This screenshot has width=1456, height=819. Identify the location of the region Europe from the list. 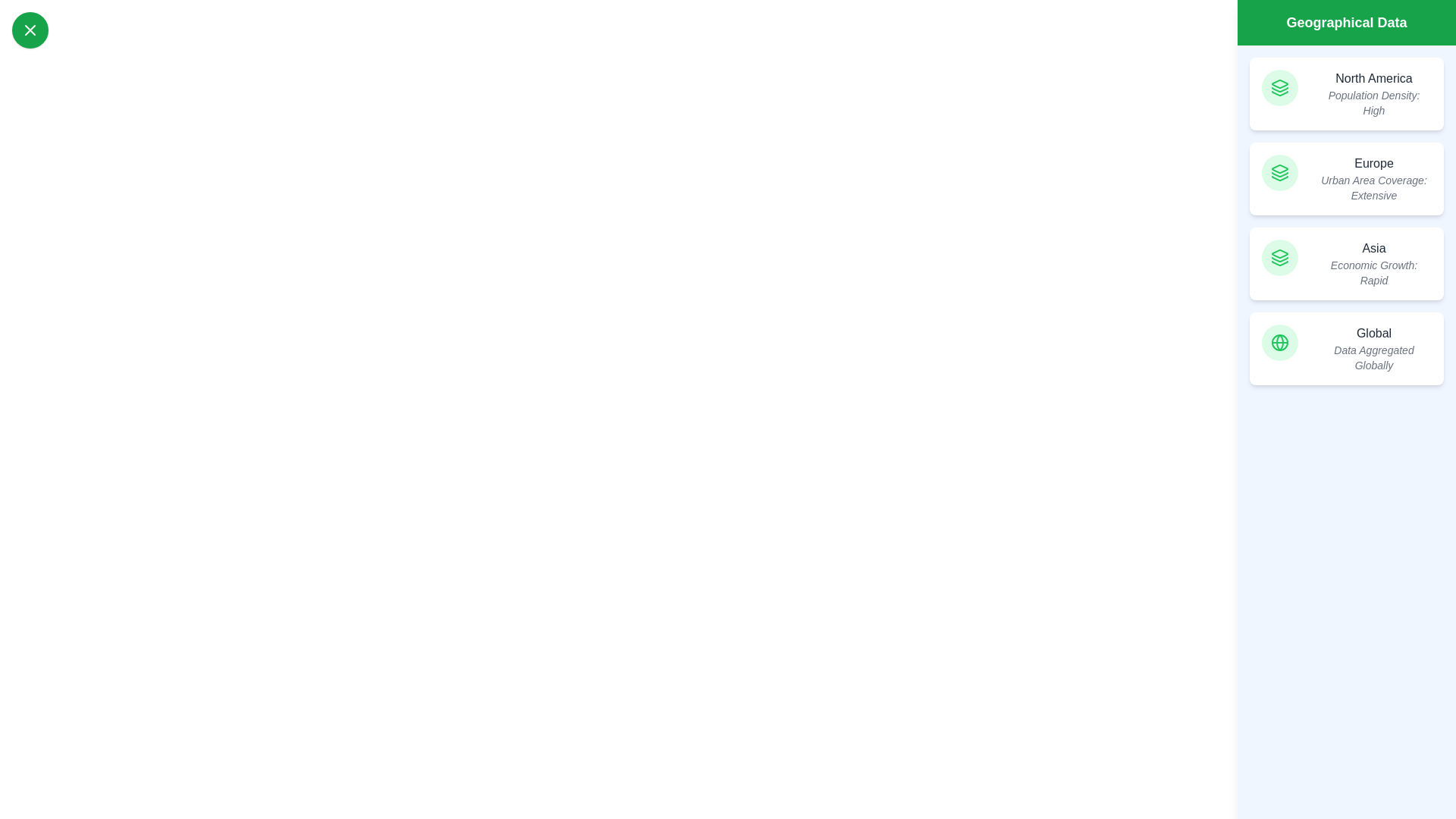
(1347, 177).